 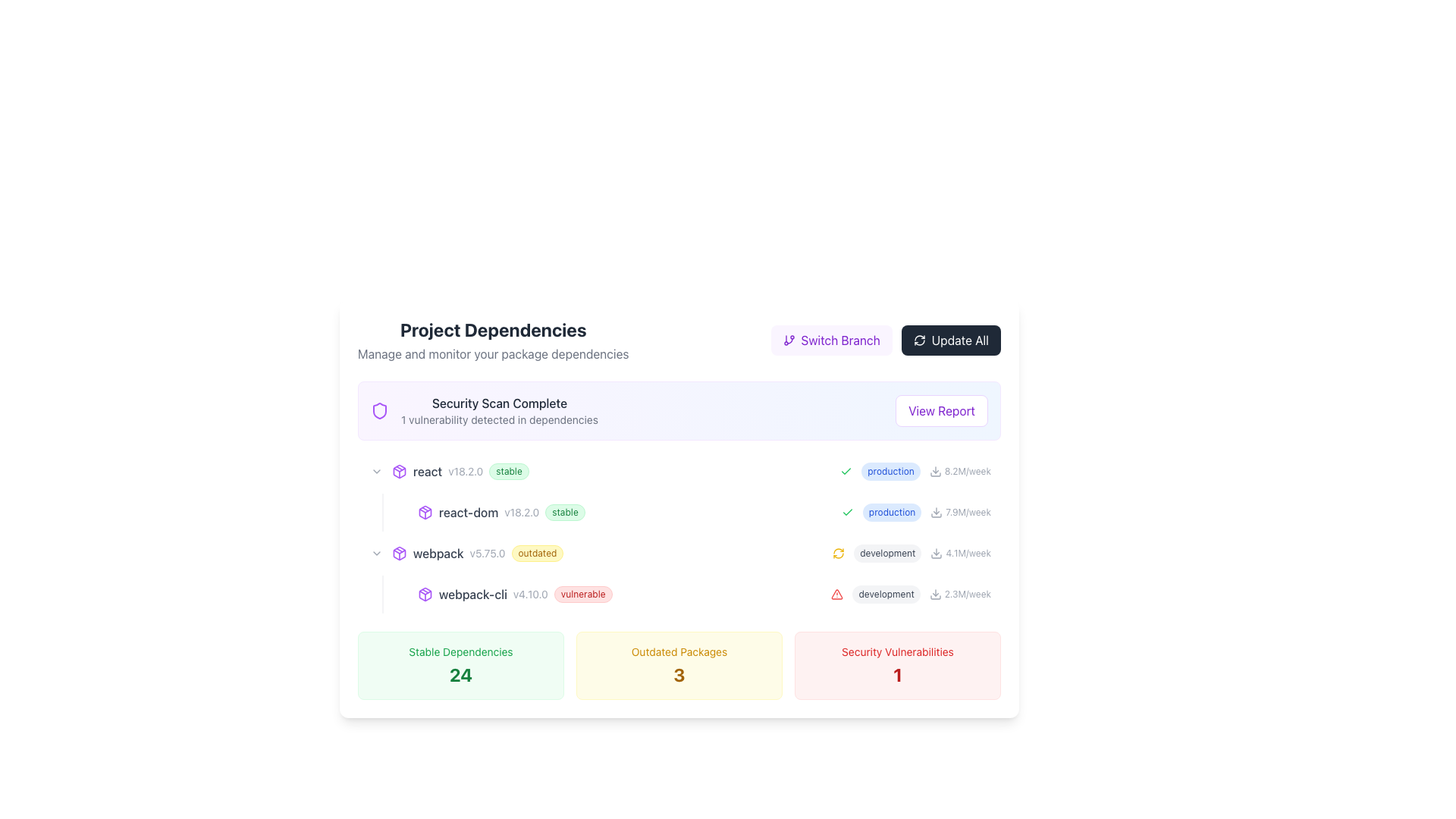 I want to click on the text label displaying the download frequency of the 'react-dom' package, positioned to the right of the download icon, so click(x=968, y=512).